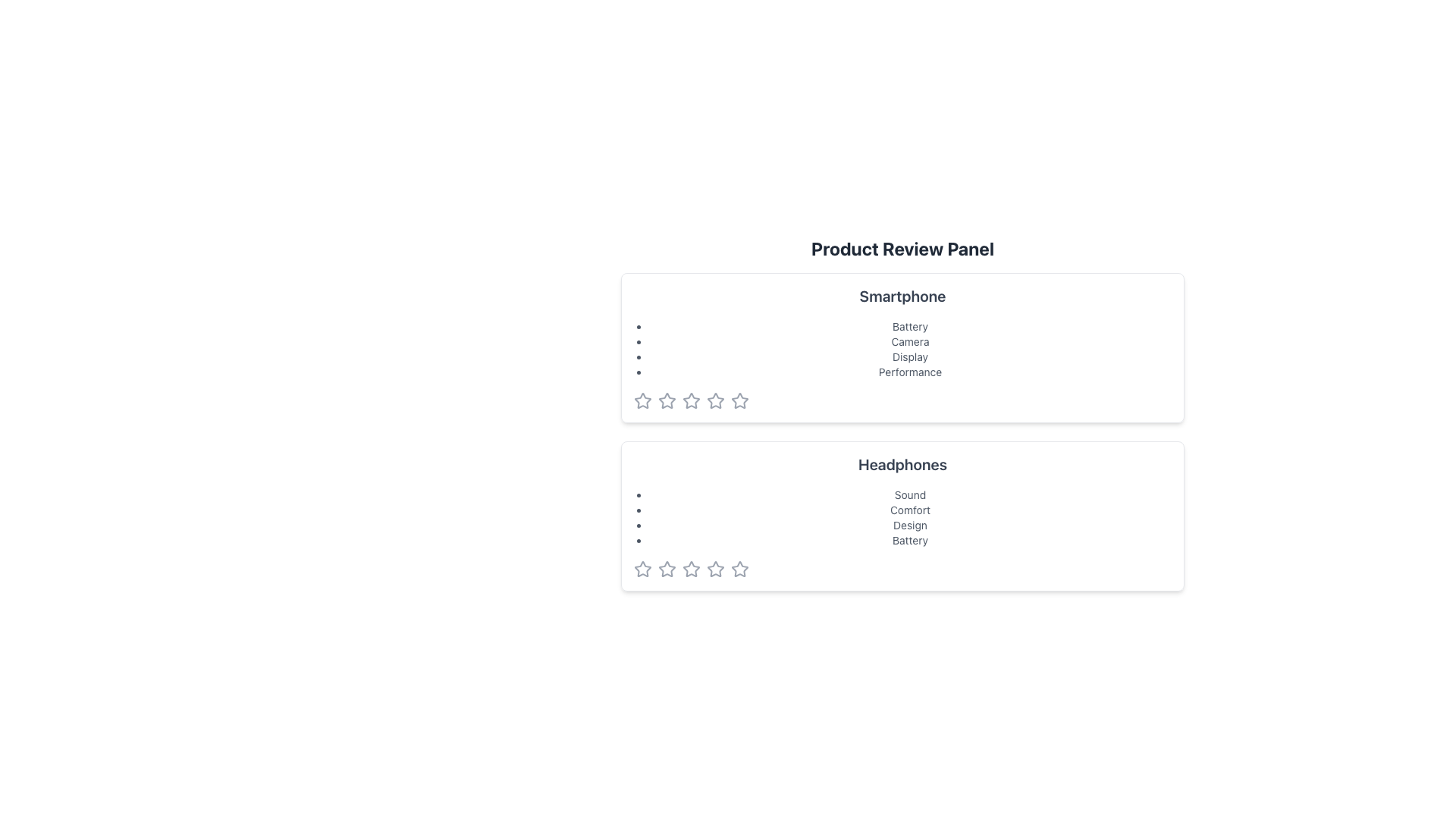 This screenshot has height=819, width=1456. I want to click on the second star icon in gray tones located under the 'Headphones' section for additional options, so click(667, 570).